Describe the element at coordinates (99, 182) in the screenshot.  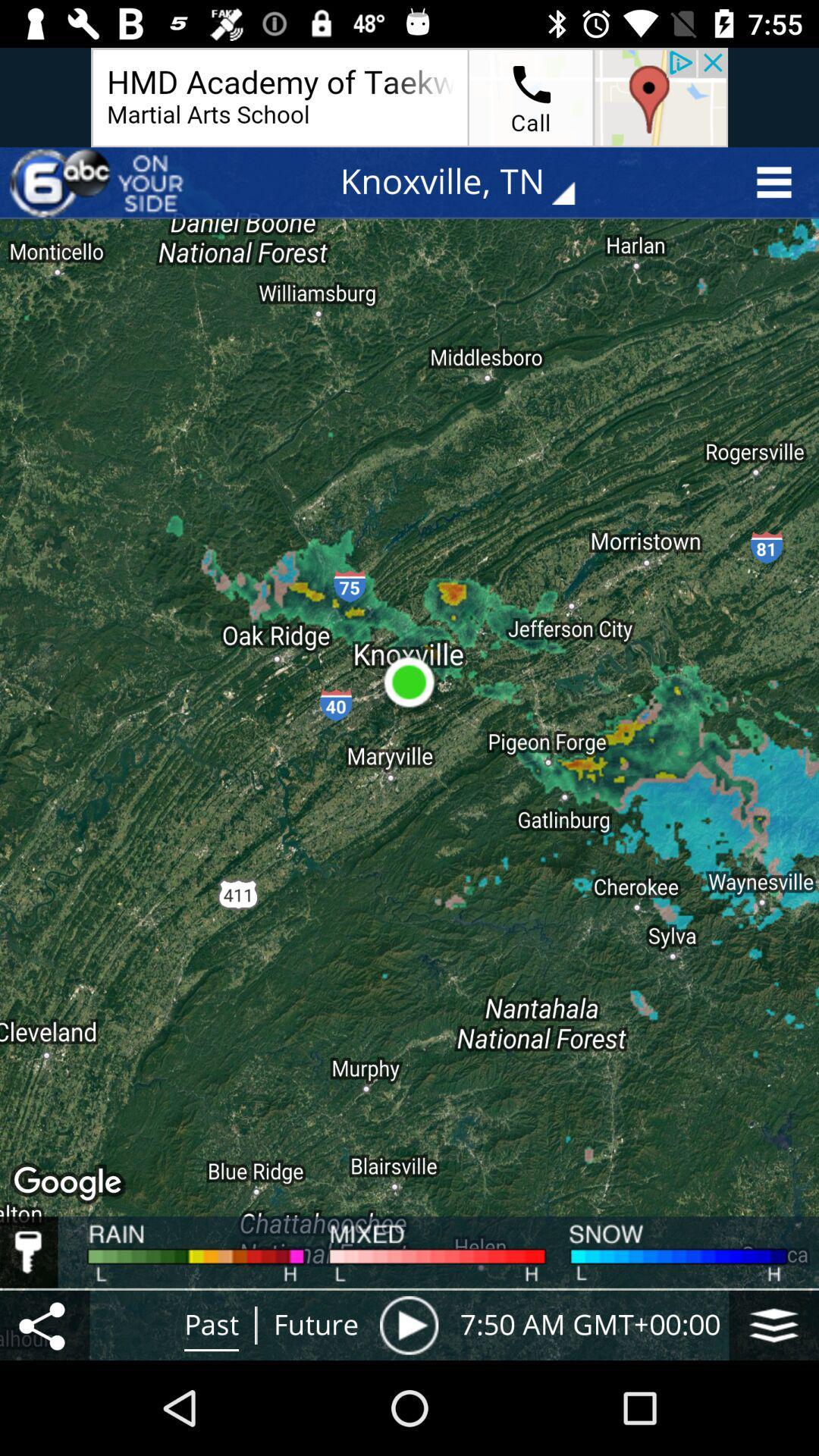
I see `the item to the left of the knoxville, tn` at that location.